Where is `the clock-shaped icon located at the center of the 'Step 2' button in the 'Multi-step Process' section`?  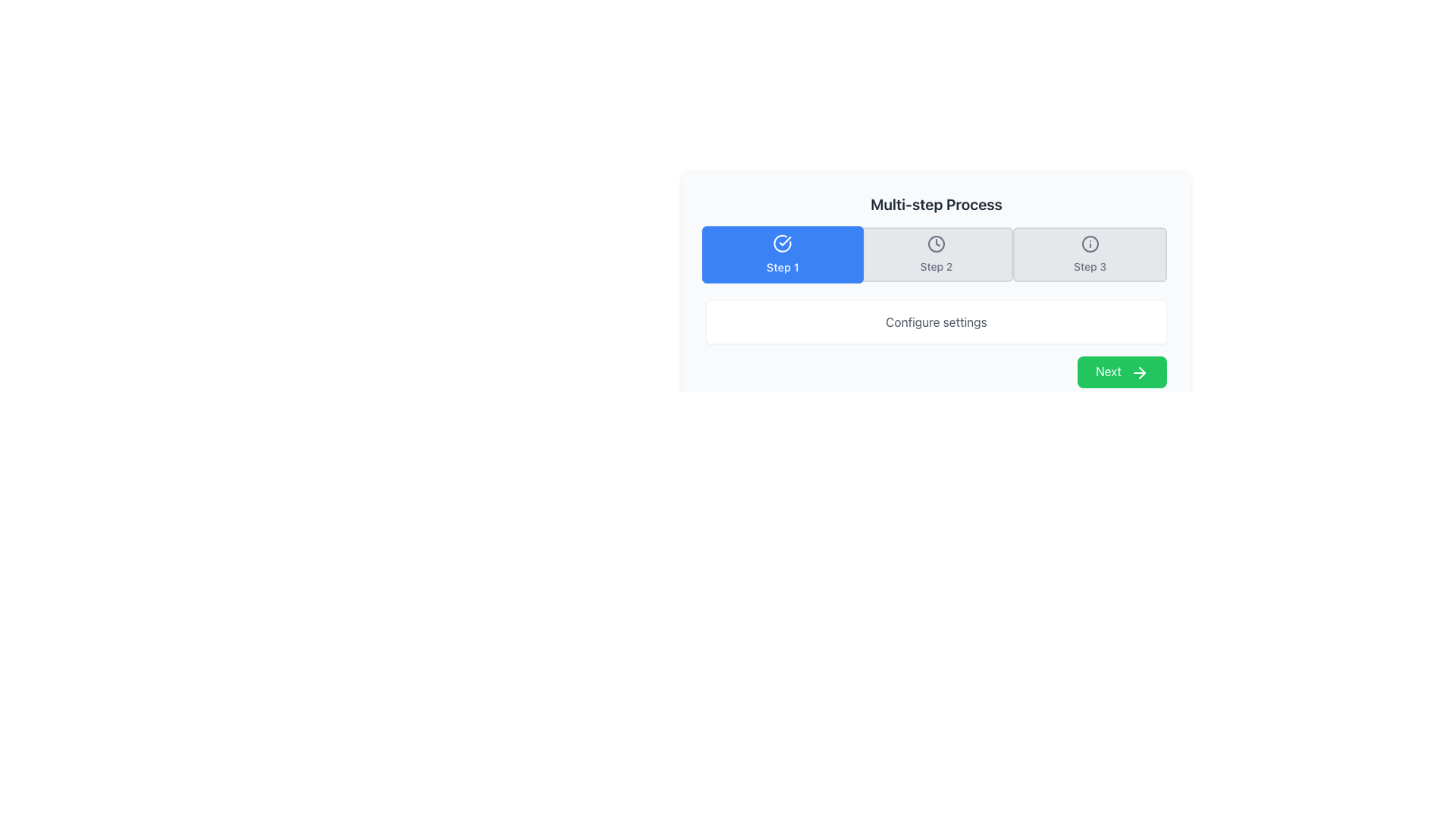
the clock-shaped icon located at the center of the 'Step 2' button in the 'Multi-step Process' section is located at coordinates (935, 243).